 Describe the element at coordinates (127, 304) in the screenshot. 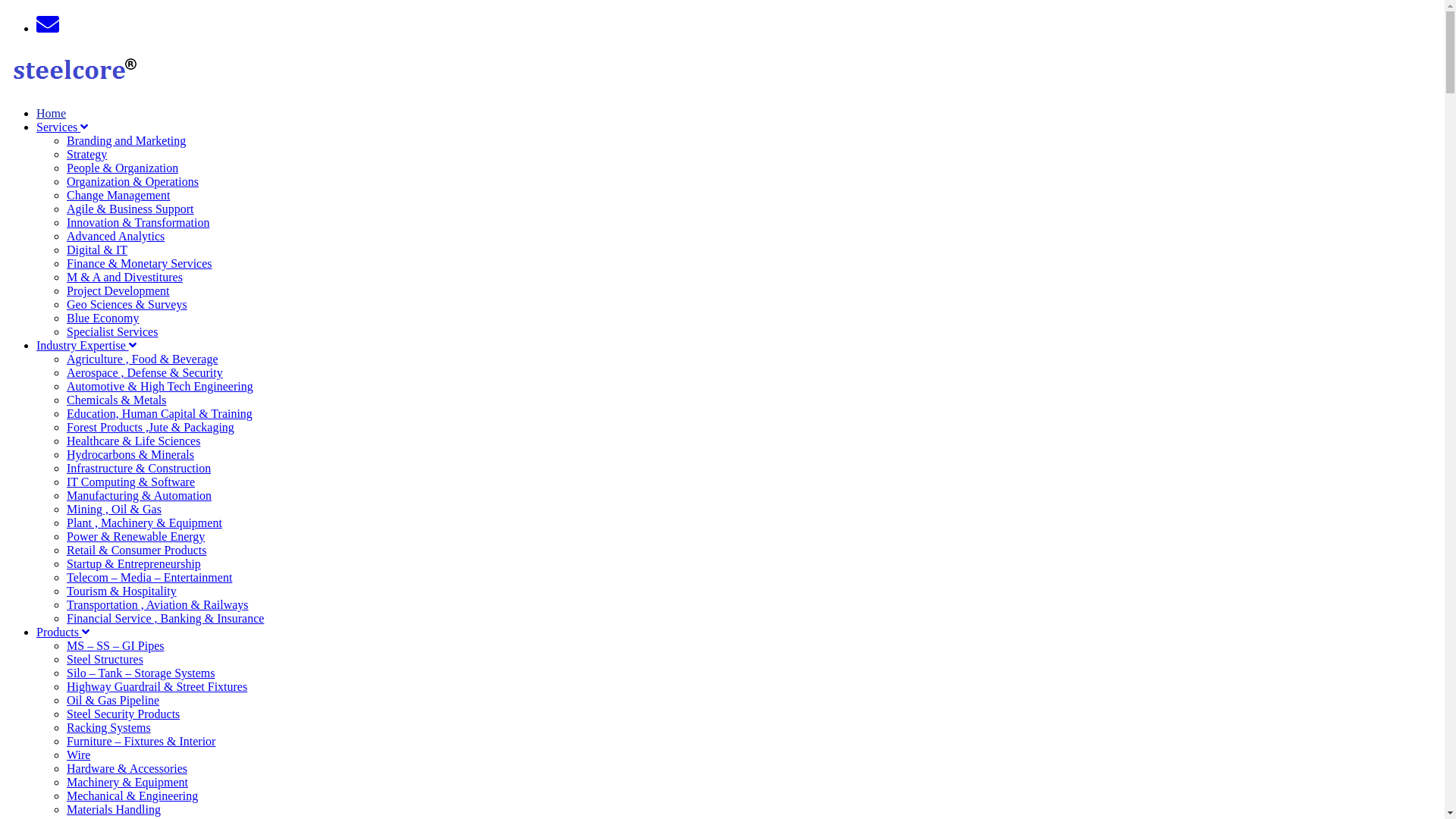

I see `'Geo Sciences & Surveys'` at that location.